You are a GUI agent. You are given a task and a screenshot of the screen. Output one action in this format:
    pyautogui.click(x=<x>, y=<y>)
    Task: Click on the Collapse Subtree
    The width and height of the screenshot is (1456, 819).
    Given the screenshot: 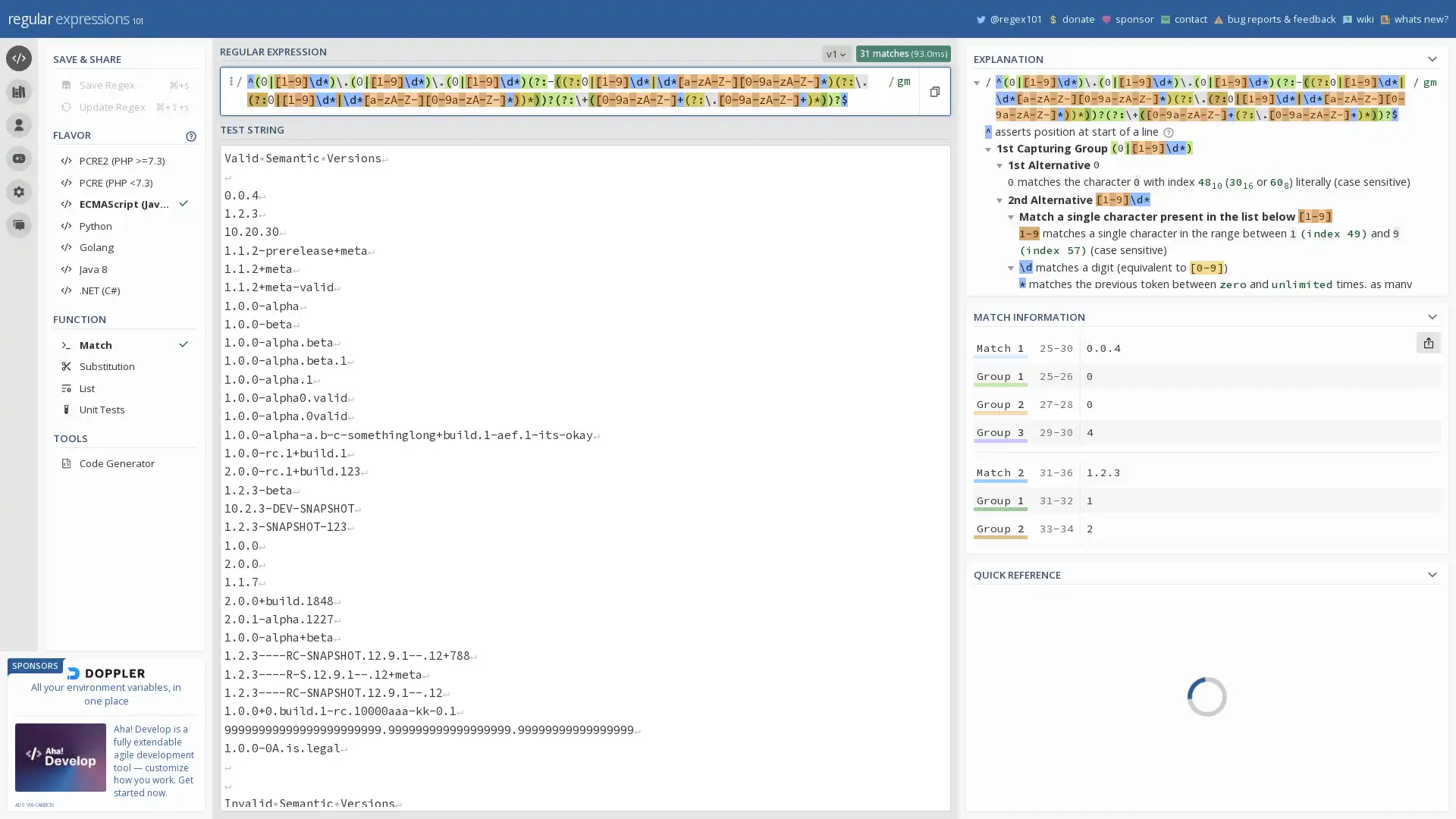 What is the action you would take?
    pyautogui.click(x=1013, y=455)
    